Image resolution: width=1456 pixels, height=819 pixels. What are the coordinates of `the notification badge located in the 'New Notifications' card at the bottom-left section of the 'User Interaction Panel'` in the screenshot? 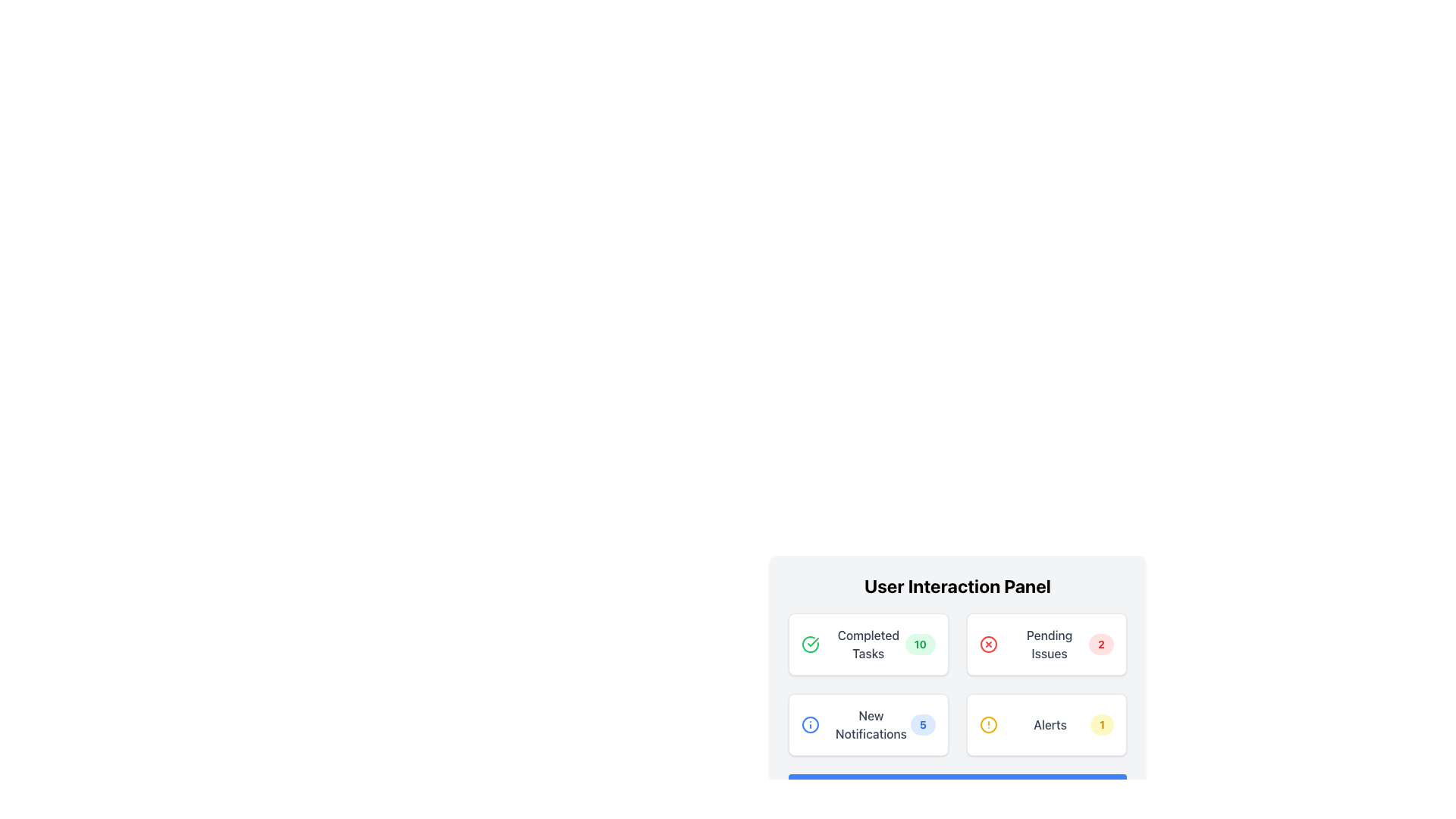 It's located at (922, 724).